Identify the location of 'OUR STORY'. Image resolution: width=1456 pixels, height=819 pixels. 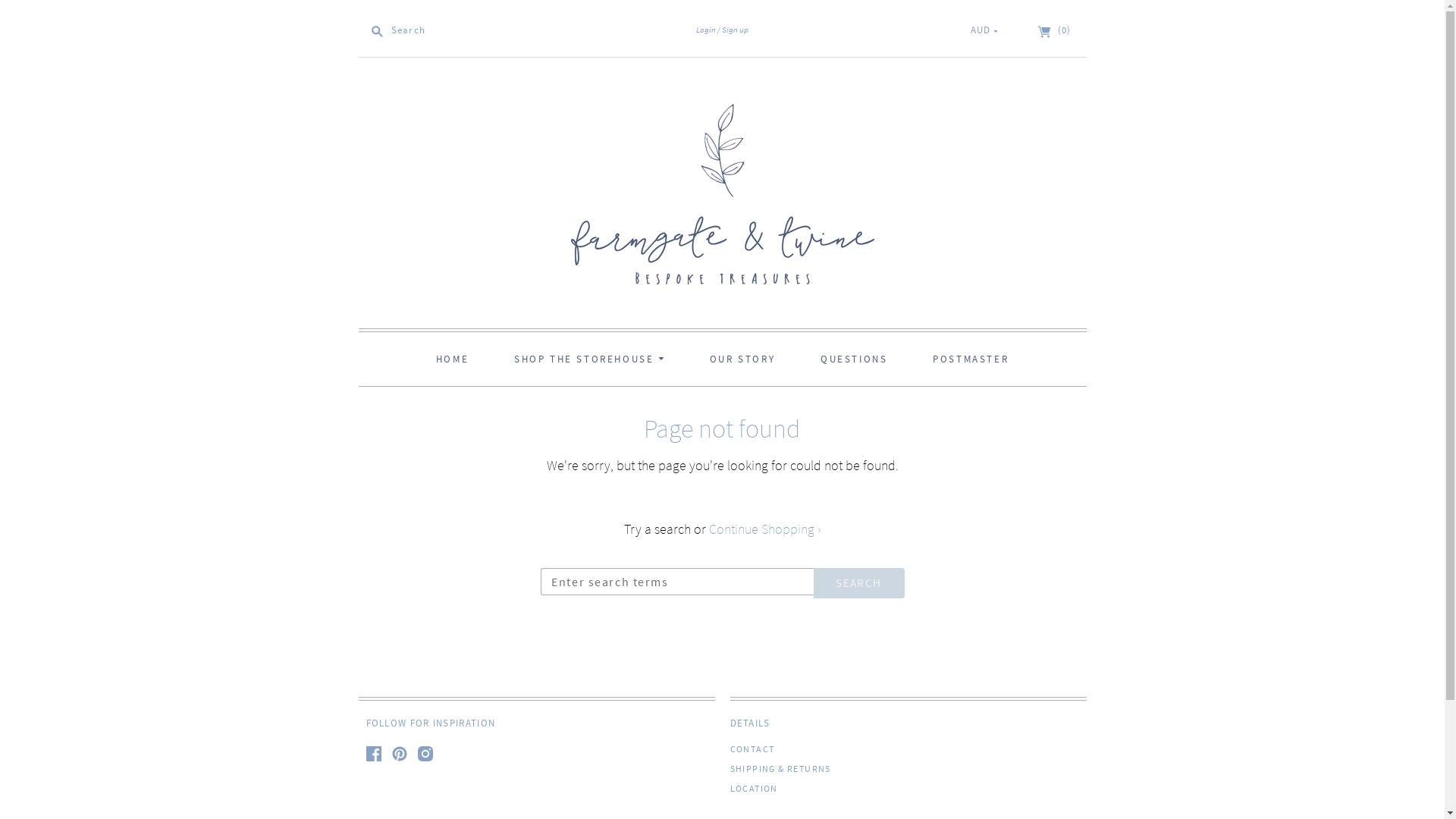
(742, 359).